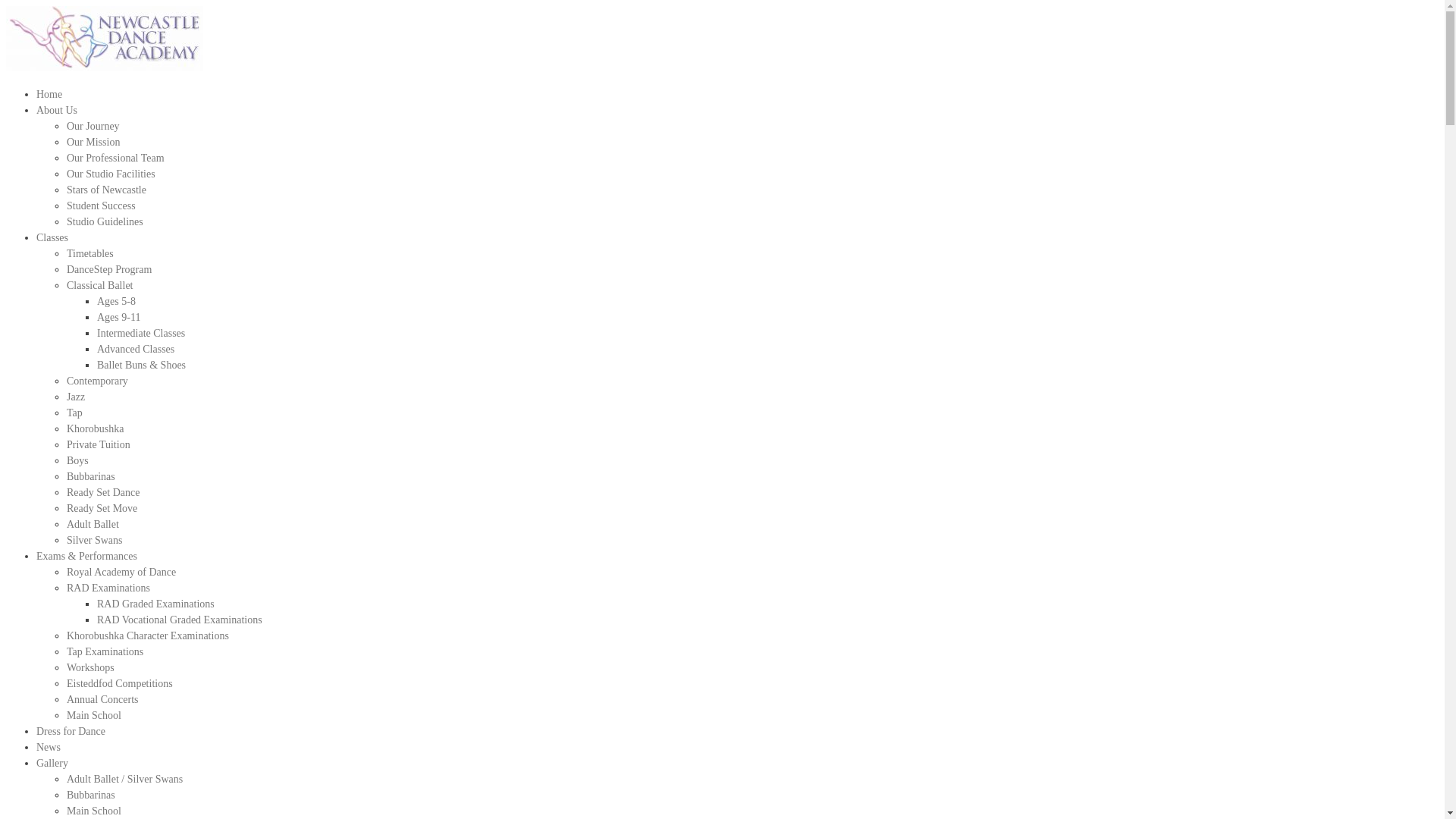 This screenshot has height=819, width=1456. What do you see at coordinates (93, 142) in the screenshot?
I see `'Our Mission'` at bounding box center [93, 142].